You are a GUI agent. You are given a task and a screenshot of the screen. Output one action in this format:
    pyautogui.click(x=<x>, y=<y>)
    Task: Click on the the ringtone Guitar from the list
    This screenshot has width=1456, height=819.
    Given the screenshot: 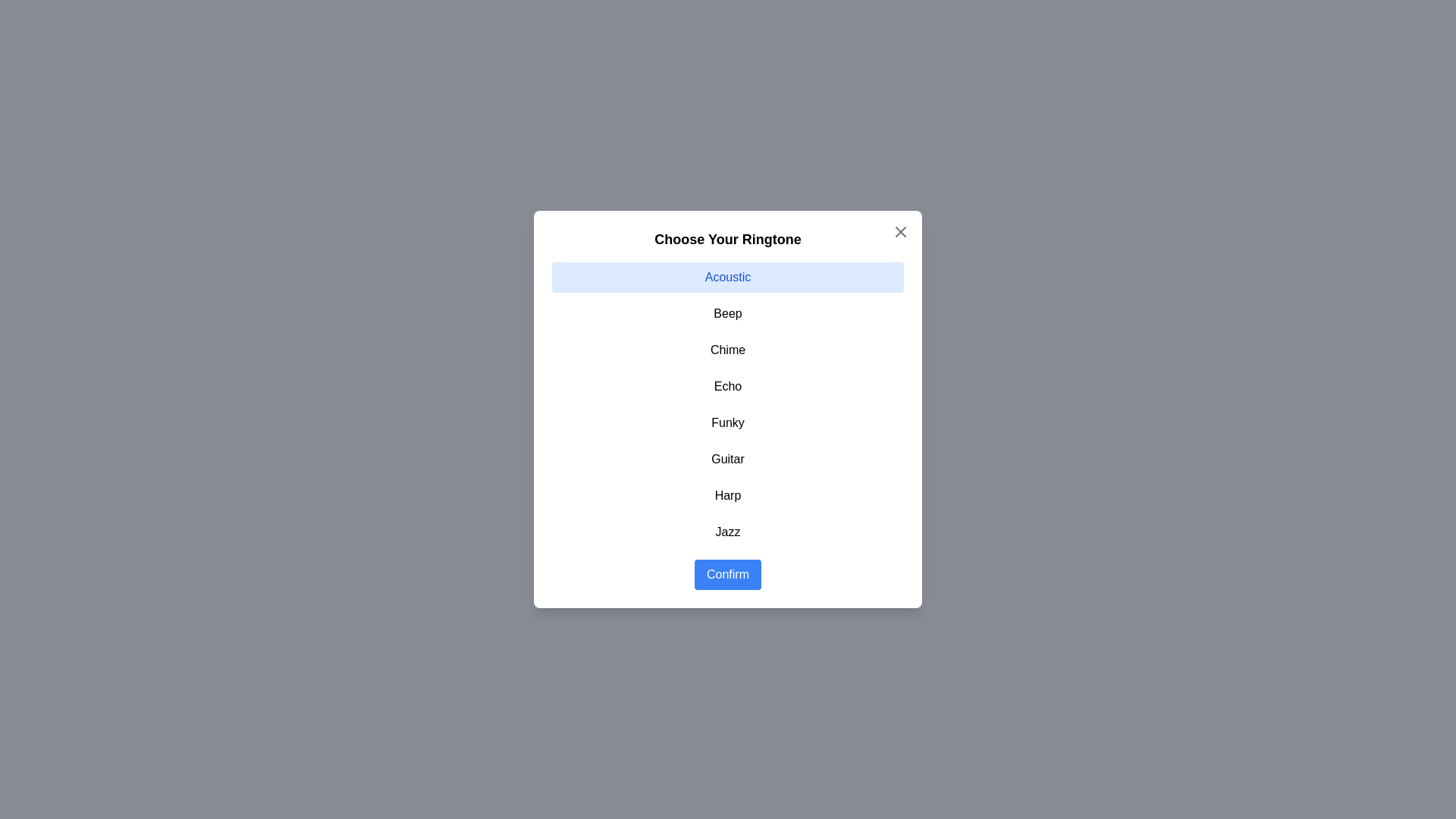 What is the action you would take?
    pyautogui.click(x=728, y=458)
    